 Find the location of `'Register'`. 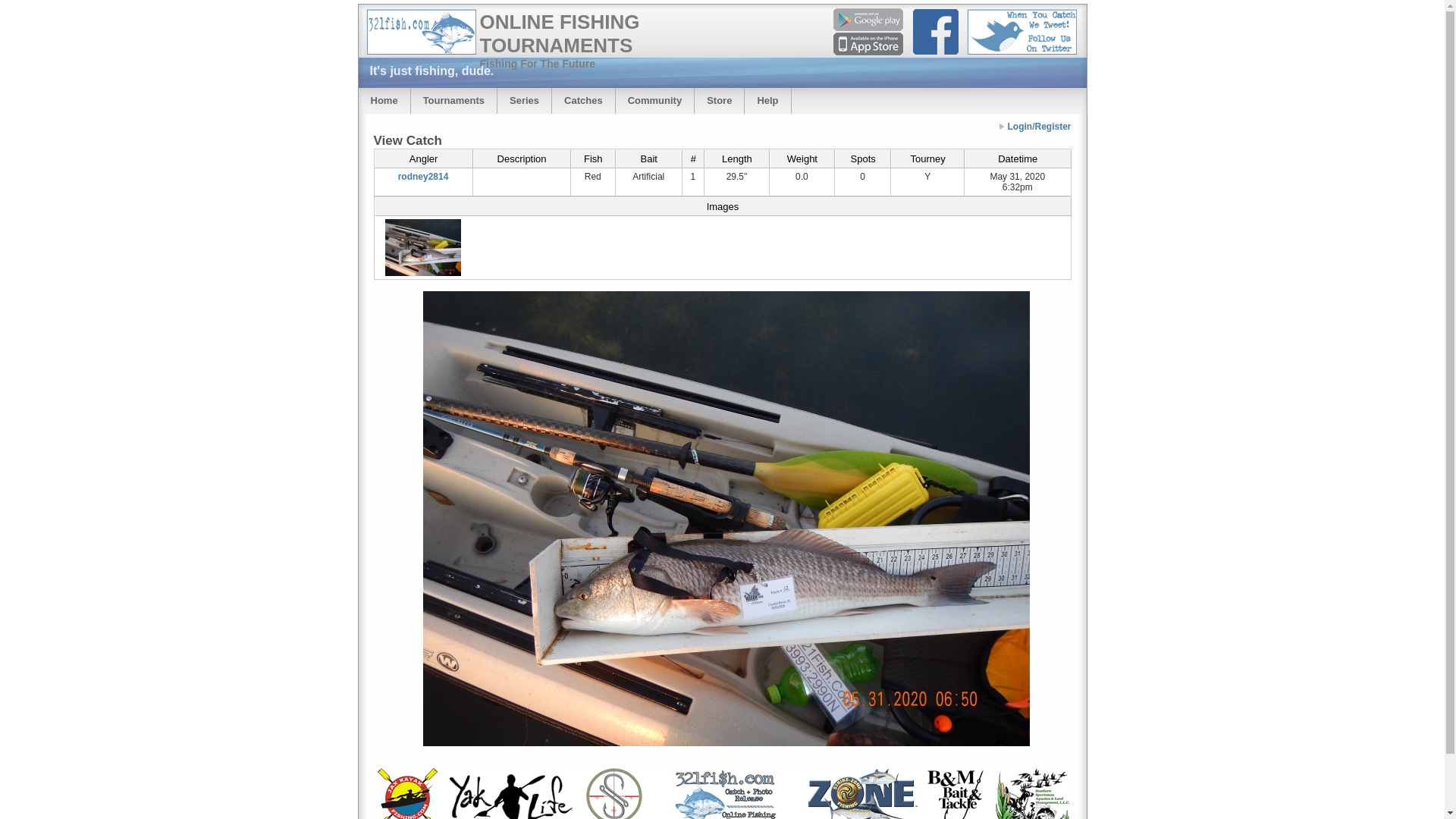

'Register' is located at coordinates (1051, 125).